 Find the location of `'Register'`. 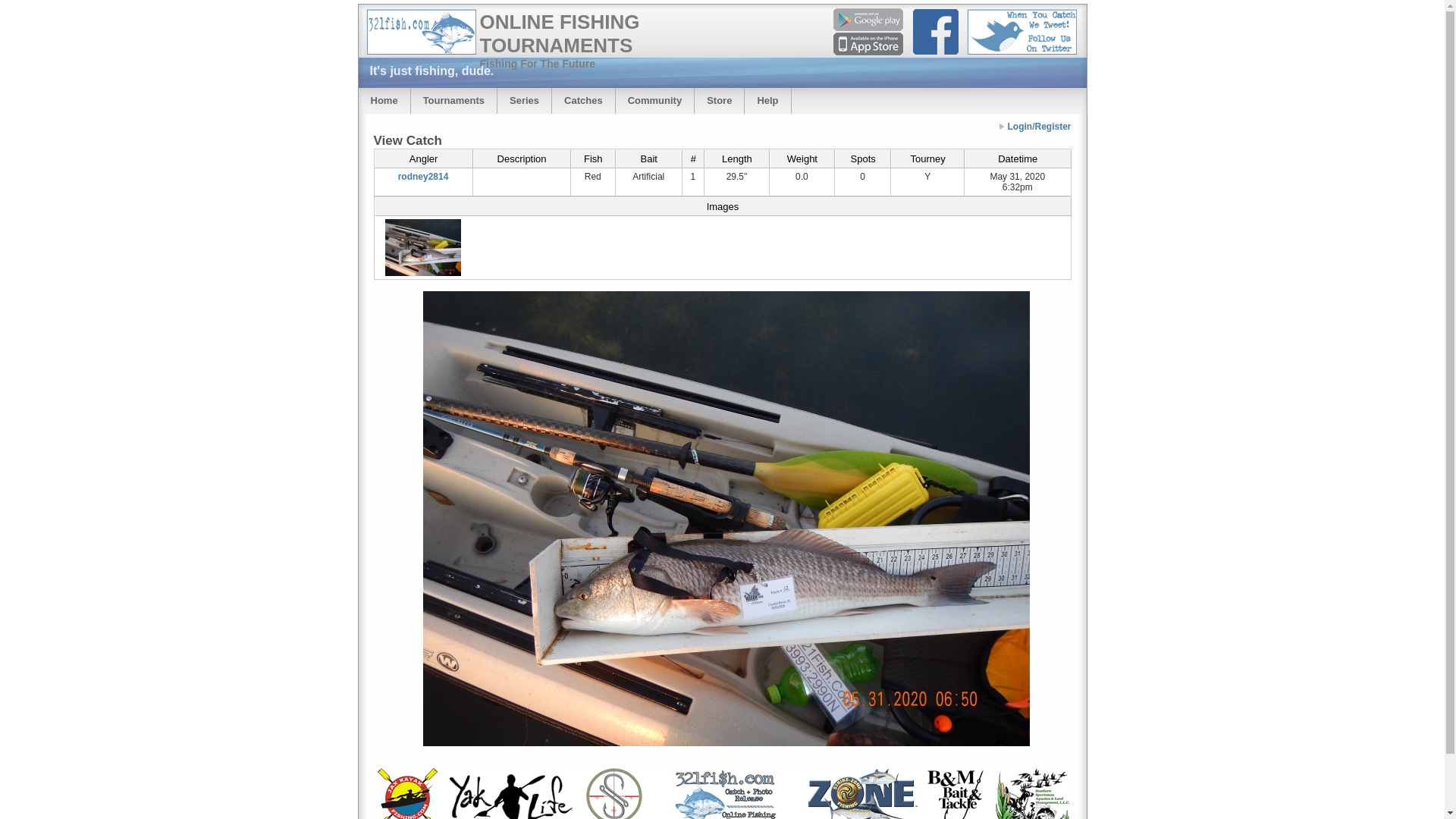

'Register' is located at coordinates (1051, 125).